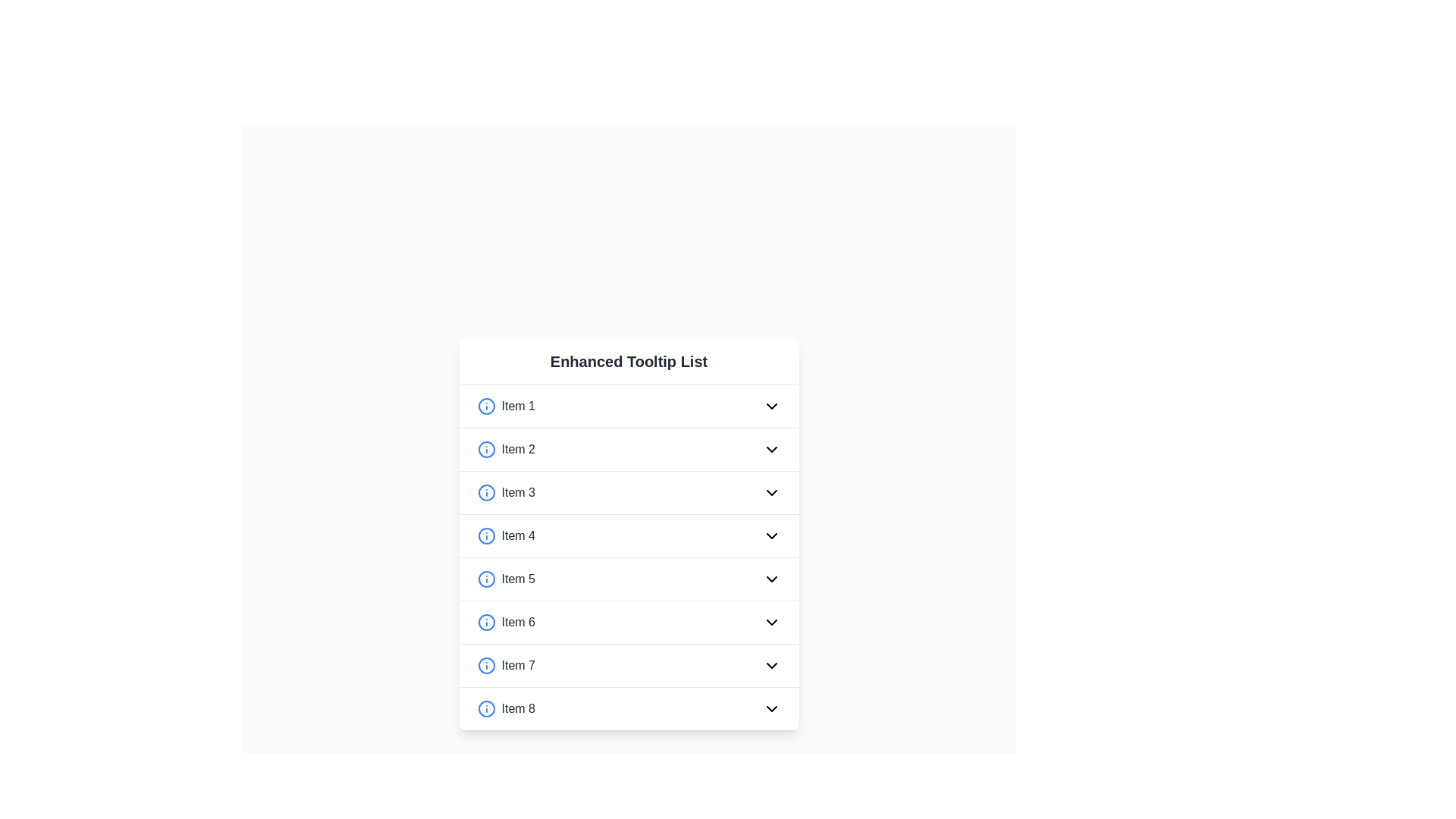 This screenshot has width=1456, height=819. Describe the element at coordinates (518, 535) in the screenshot. I see `the fourth Text label in the 'Enhanced Tooltip List', which provides the name of the item and is positioned between 'Item 3' and 'Item 5'` at that location.